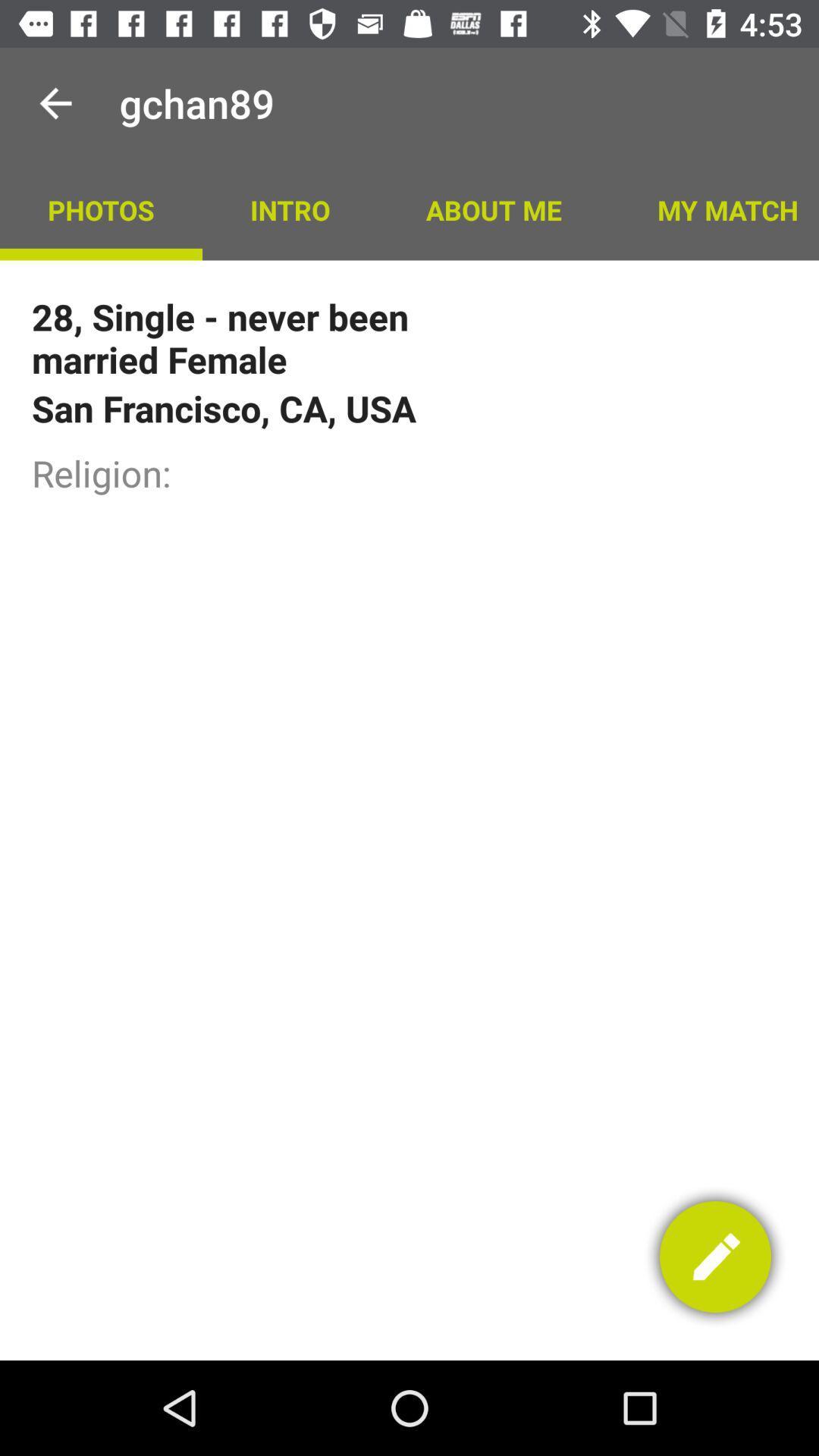 The image size is (819, 1456). What do you see at coordinates (290, 209) in the screenshot?
I see `app to the right of photos app` at bounding box center [290, 209].